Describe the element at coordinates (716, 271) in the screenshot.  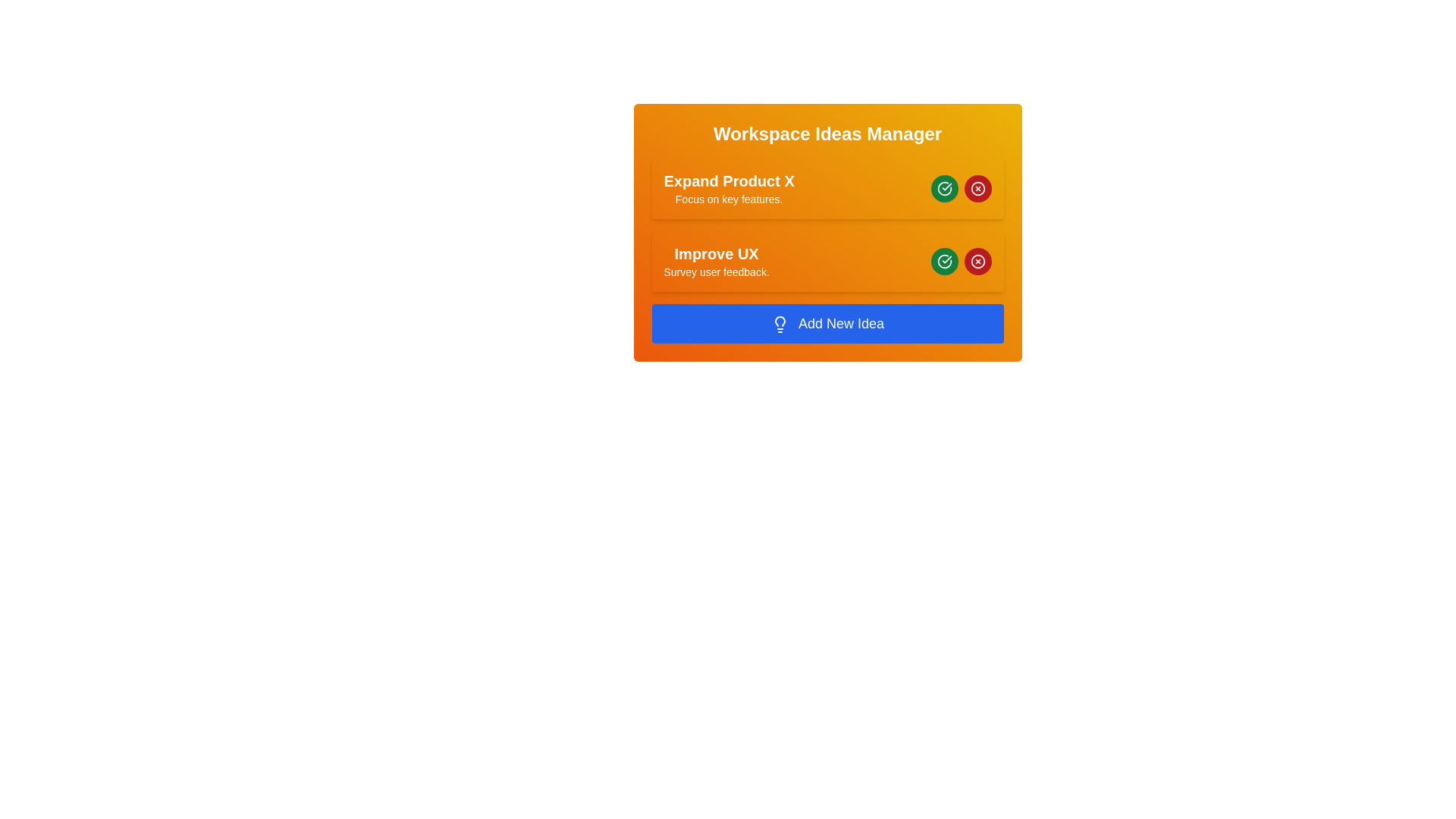
I see `the text label displaying 'Survey user feedback.' which is styled with a small font size and located beneath 'Improve UX' within an orange background` at that location.